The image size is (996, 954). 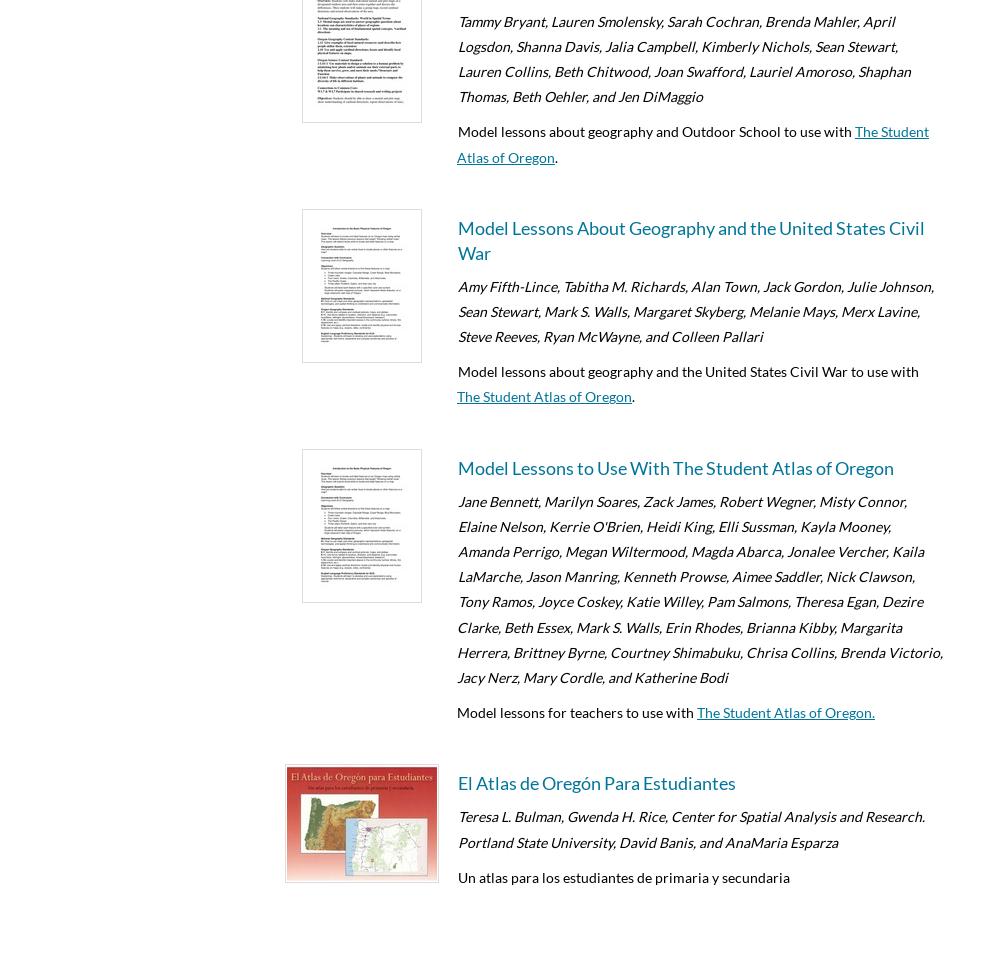 What do you see at coordinates (684, 57) in the screenshot?
I see `'Tammy Bryant, Lauren Smolensky, Sarah Cochran, Brenda Mahler, April Logsdon, Shanna Davis, Jalia Campbell, Kimberly Nichols, Sean Stewart, Lauren Collins, Beth Chitwood, Joan Swafford, Lauriel Amoroso, Shaphan Thomas, Beth Oehler, and Jen DiMaggio'` at bounding box center [684, 57].